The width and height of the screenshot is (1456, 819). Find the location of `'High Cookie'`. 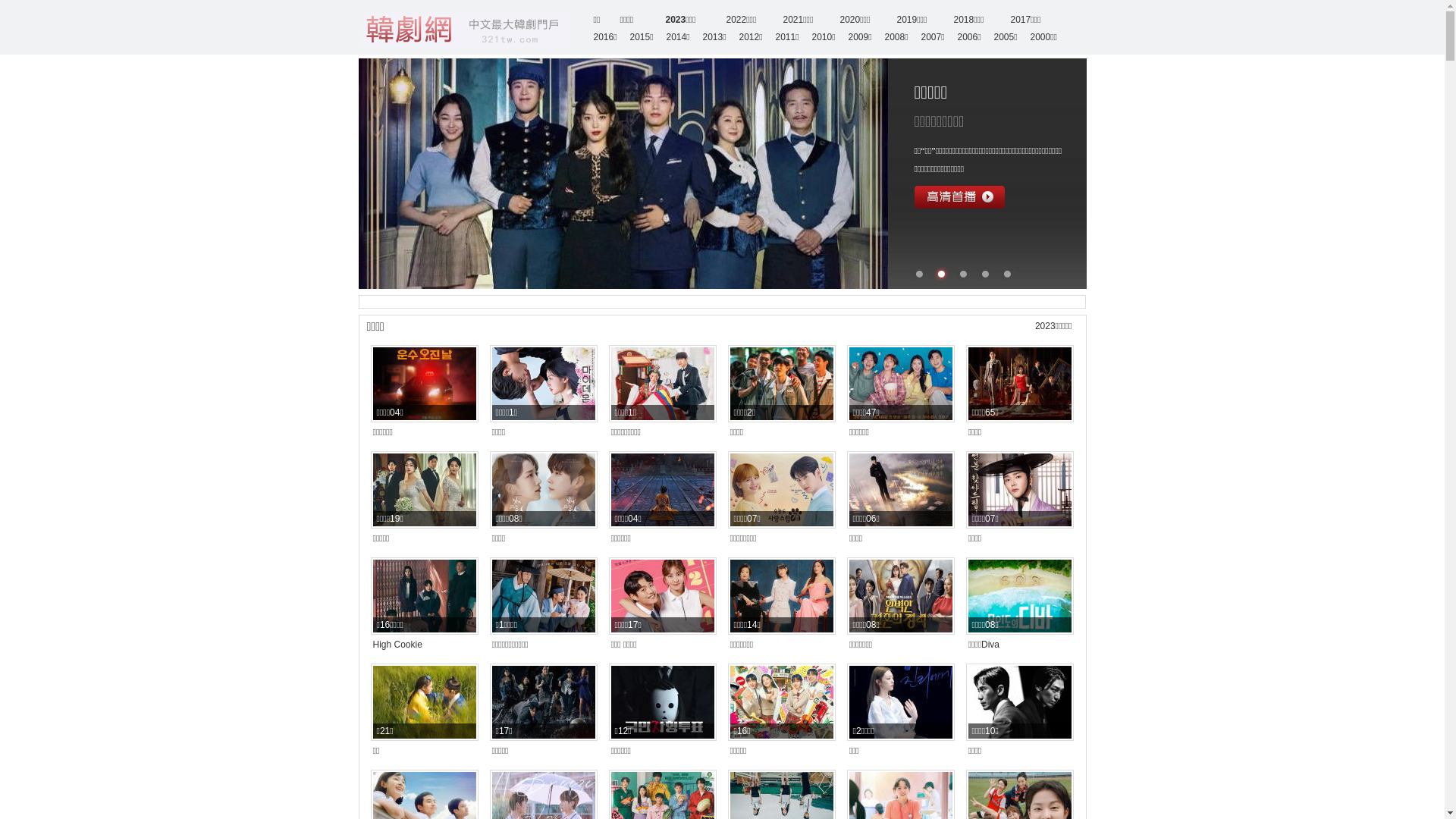

'High Cookie' is located at coordinates (372, 644).